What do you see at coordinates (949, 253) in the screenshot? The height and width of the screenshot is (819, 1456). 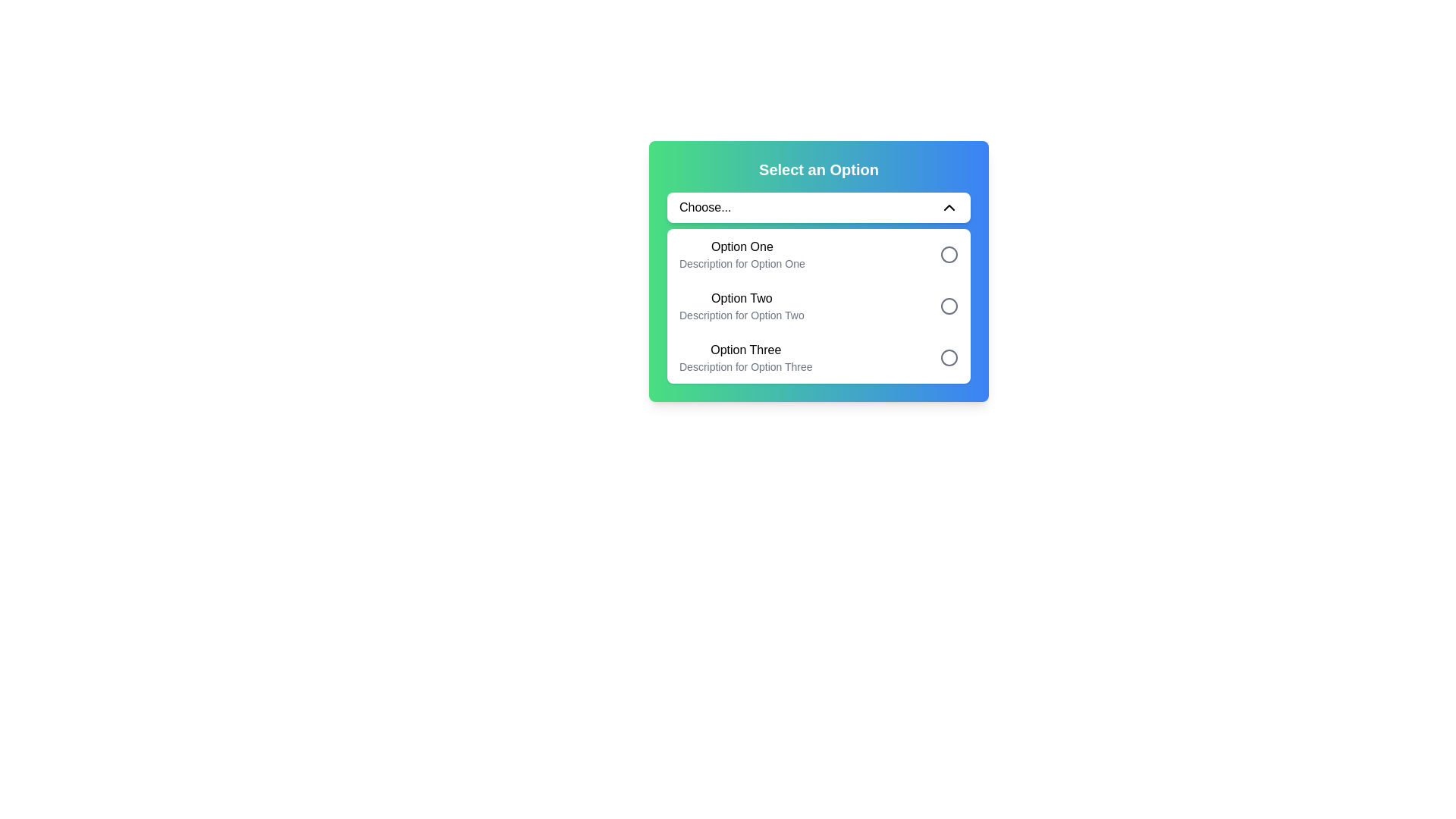 I see `the Radio Button Indicator for 'Option One'` at bounding box center [949, 253].